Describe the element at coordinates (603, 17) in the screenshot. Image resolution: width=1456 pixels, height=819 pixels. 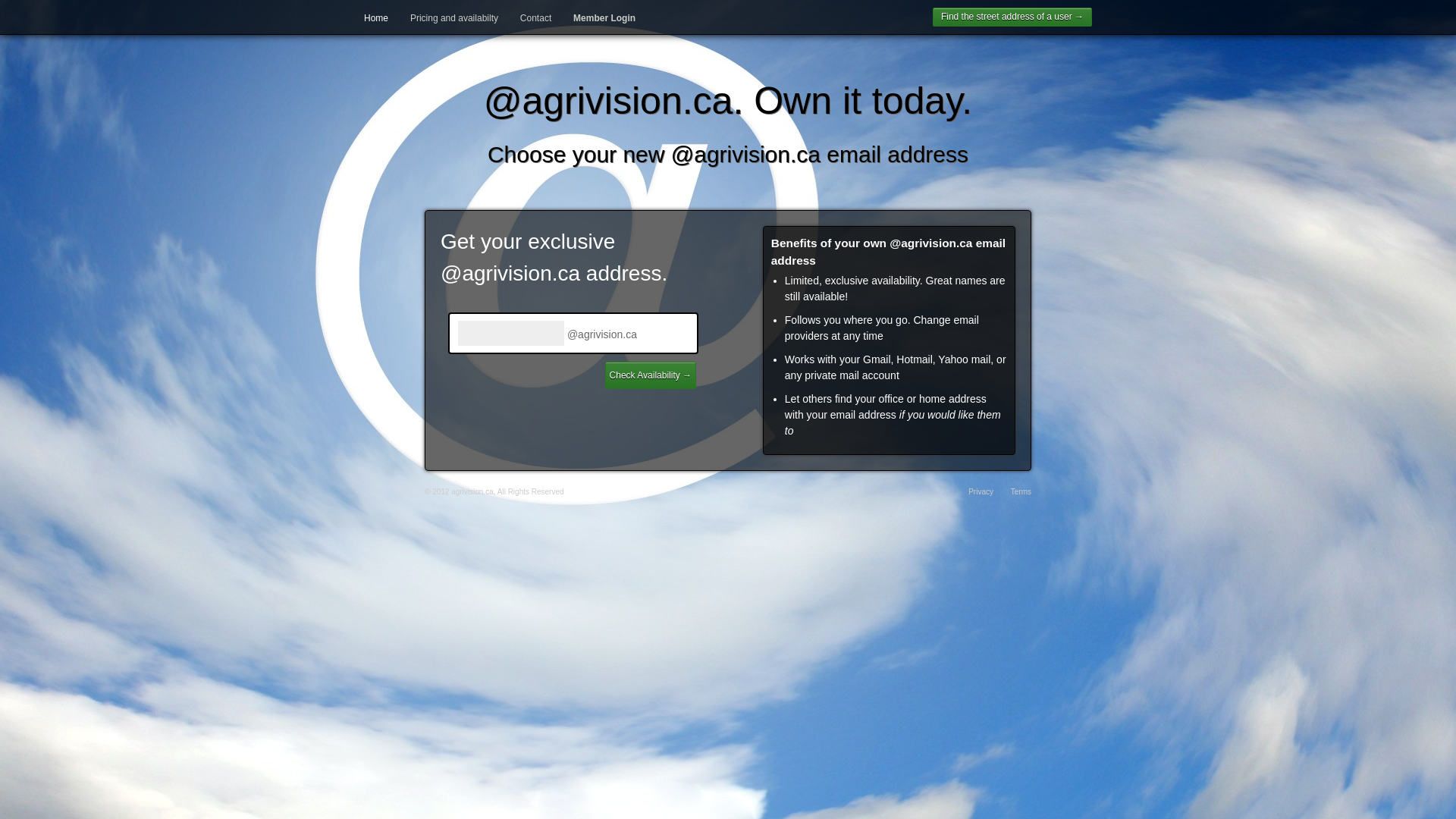
I see `'Member Login'` at that location.